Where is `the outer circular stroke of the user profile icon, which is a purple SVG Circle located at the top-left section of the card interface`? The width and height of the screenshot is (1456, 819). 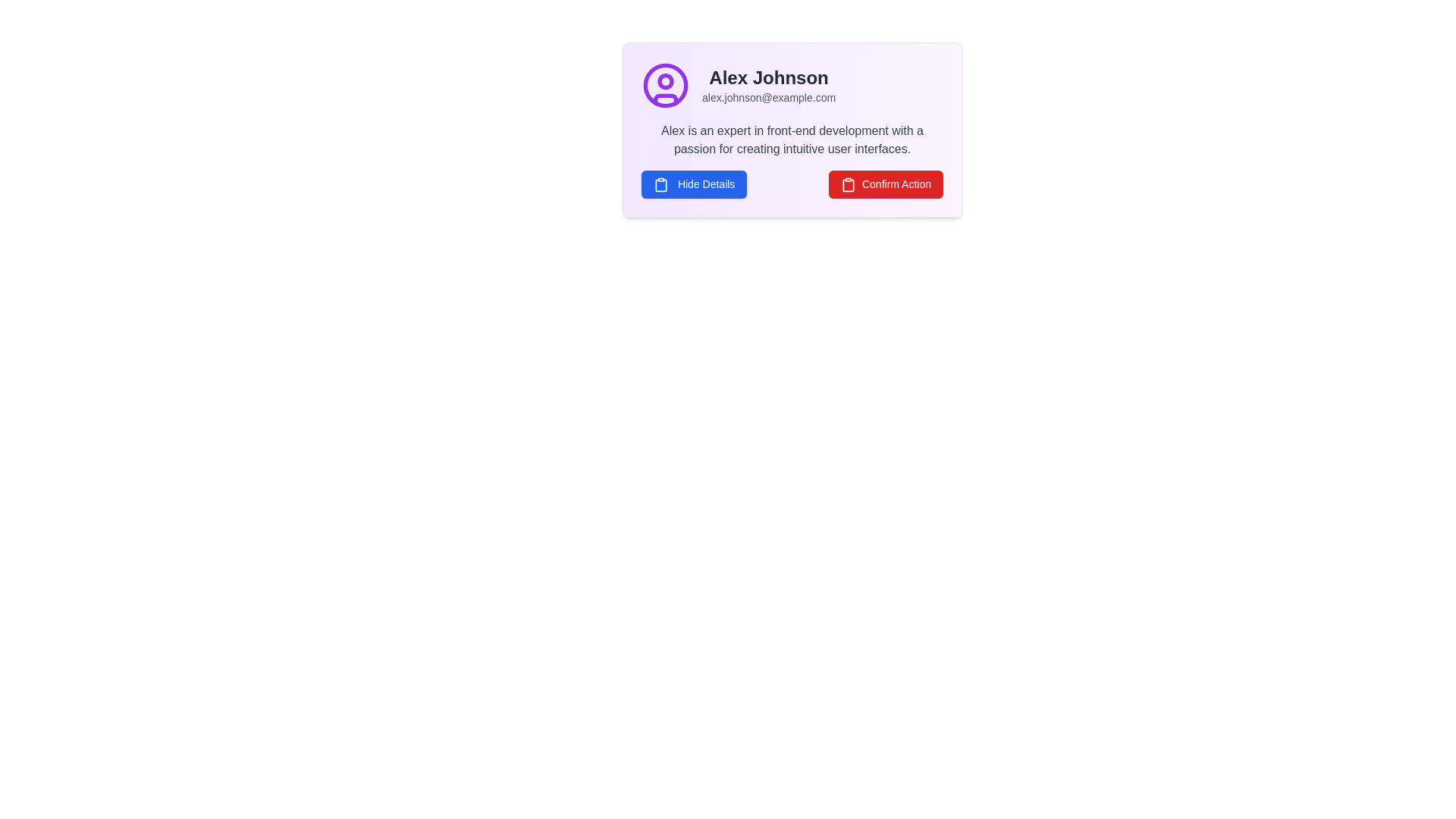 the outer circular stroke of the user profile icon, which is a purple SVG Circle located at the top-left section of the card interface is located at coordinates (666, 85).